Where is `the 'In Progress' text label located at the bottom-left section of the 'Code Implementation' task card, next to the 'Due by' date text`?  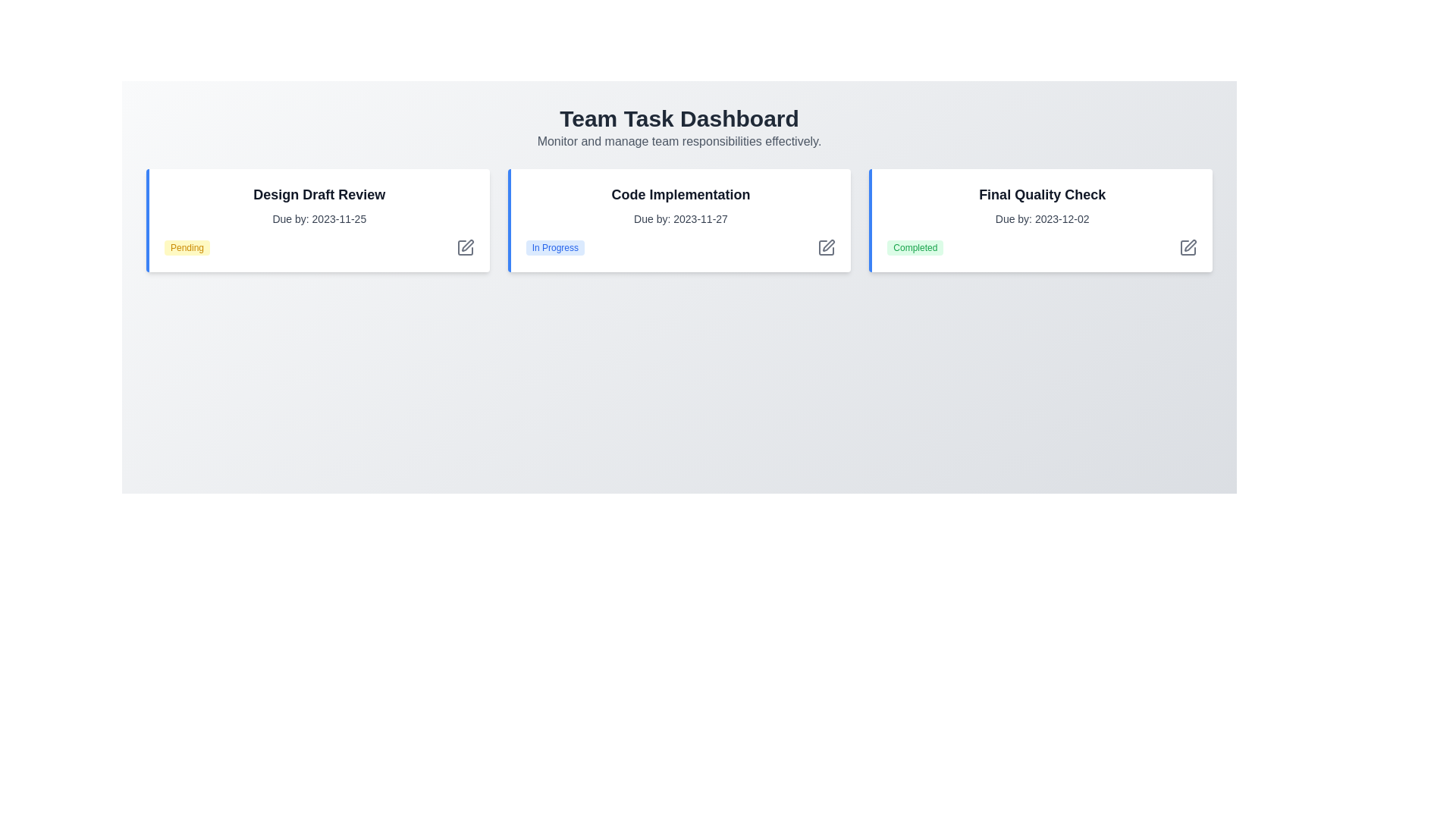 the 'In Progress' text label located at the bottom-left section of the 'Code Implementation' task card, next to the 'Due by' date text is located at coordinates (554, 247).